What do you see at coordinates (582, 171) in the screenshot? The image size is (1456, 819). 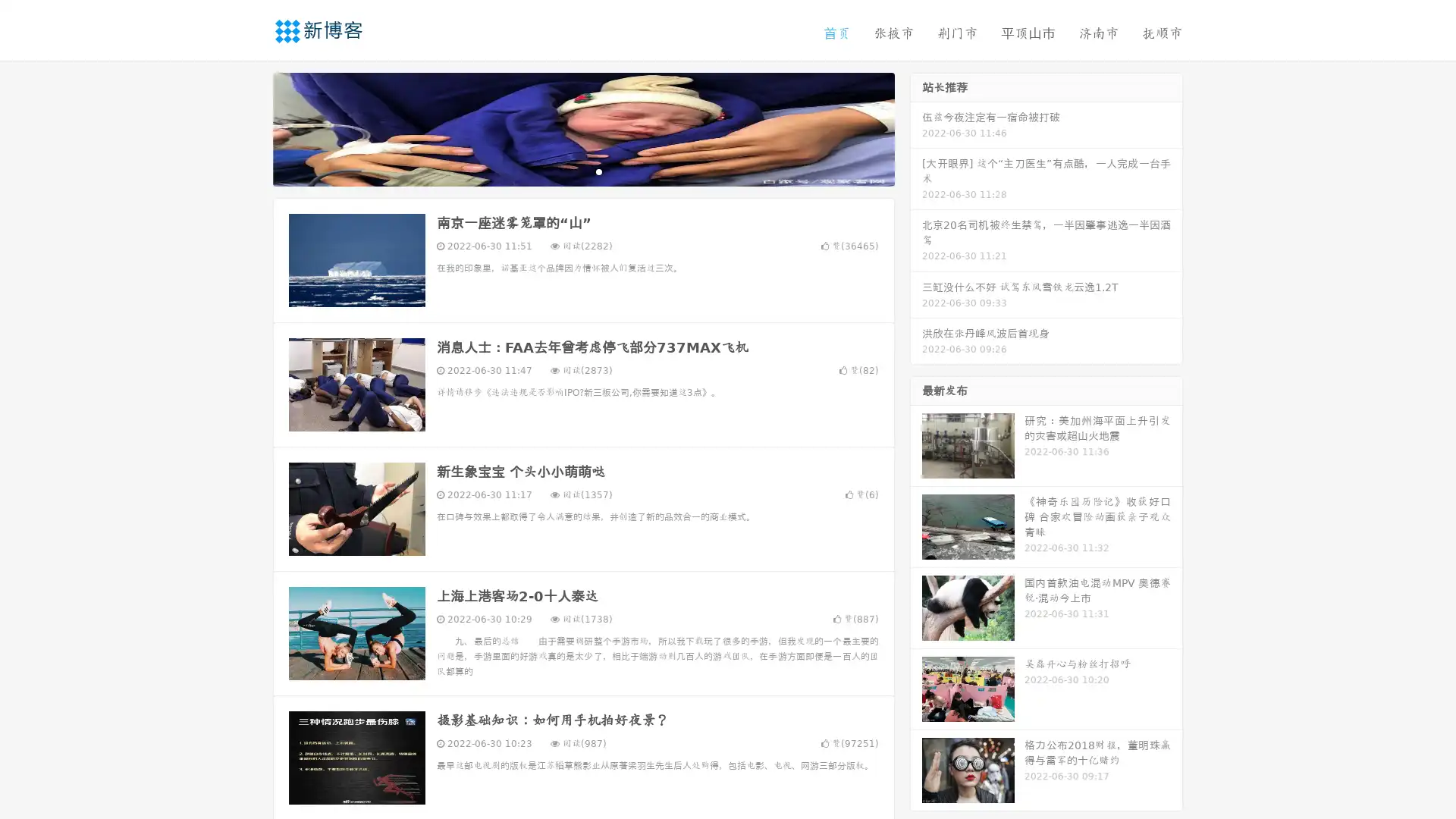 I see `Go to slide 2` at bounding box center [582, 171].